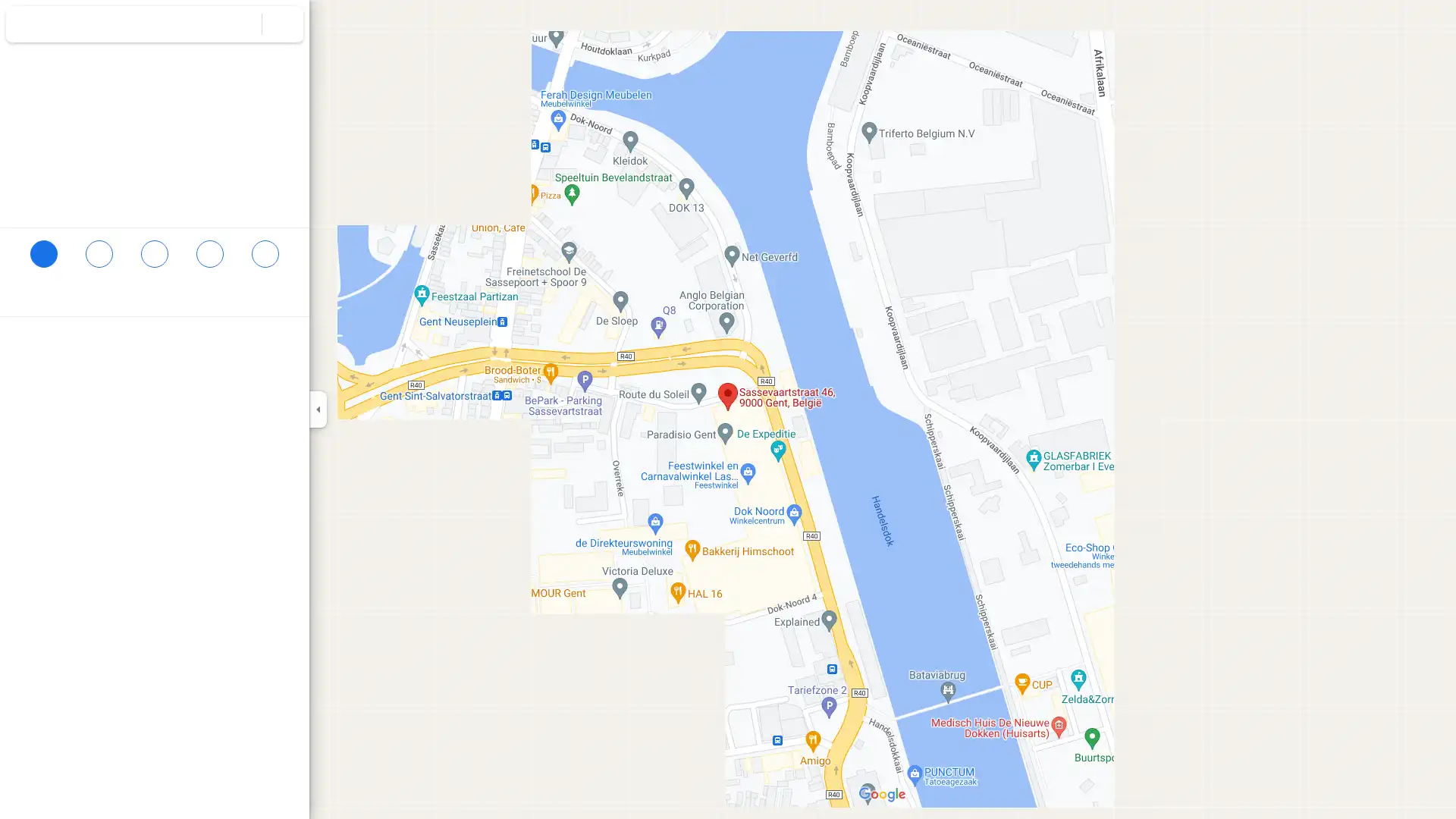 The image size is (1456, 819). What do you see at coordinates (240, 24) in the screenshot?
I see `Zoeken` at bounding box center [240, 24].